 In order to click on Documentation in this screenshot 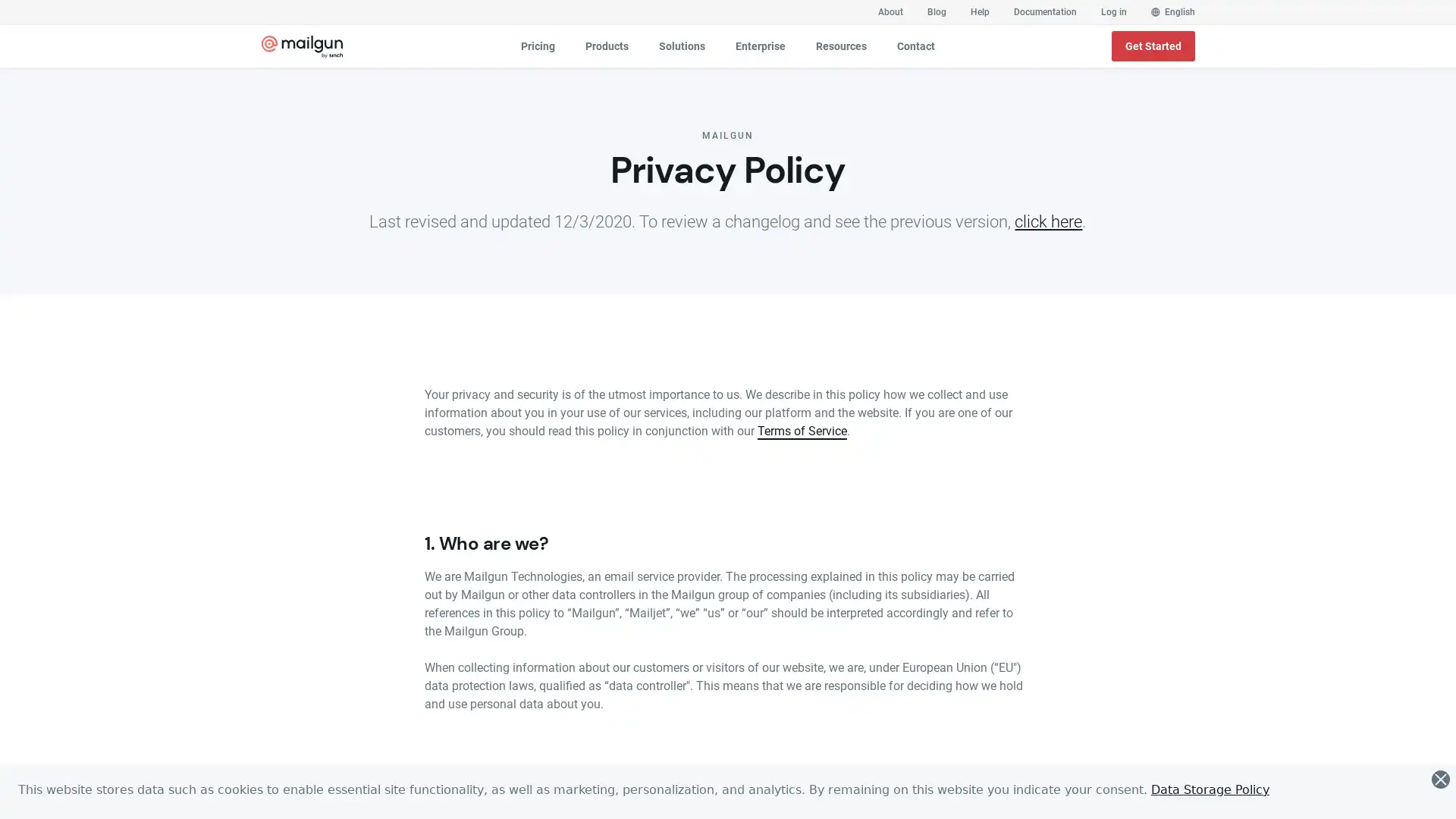, I will do `click(1044, 11)`.